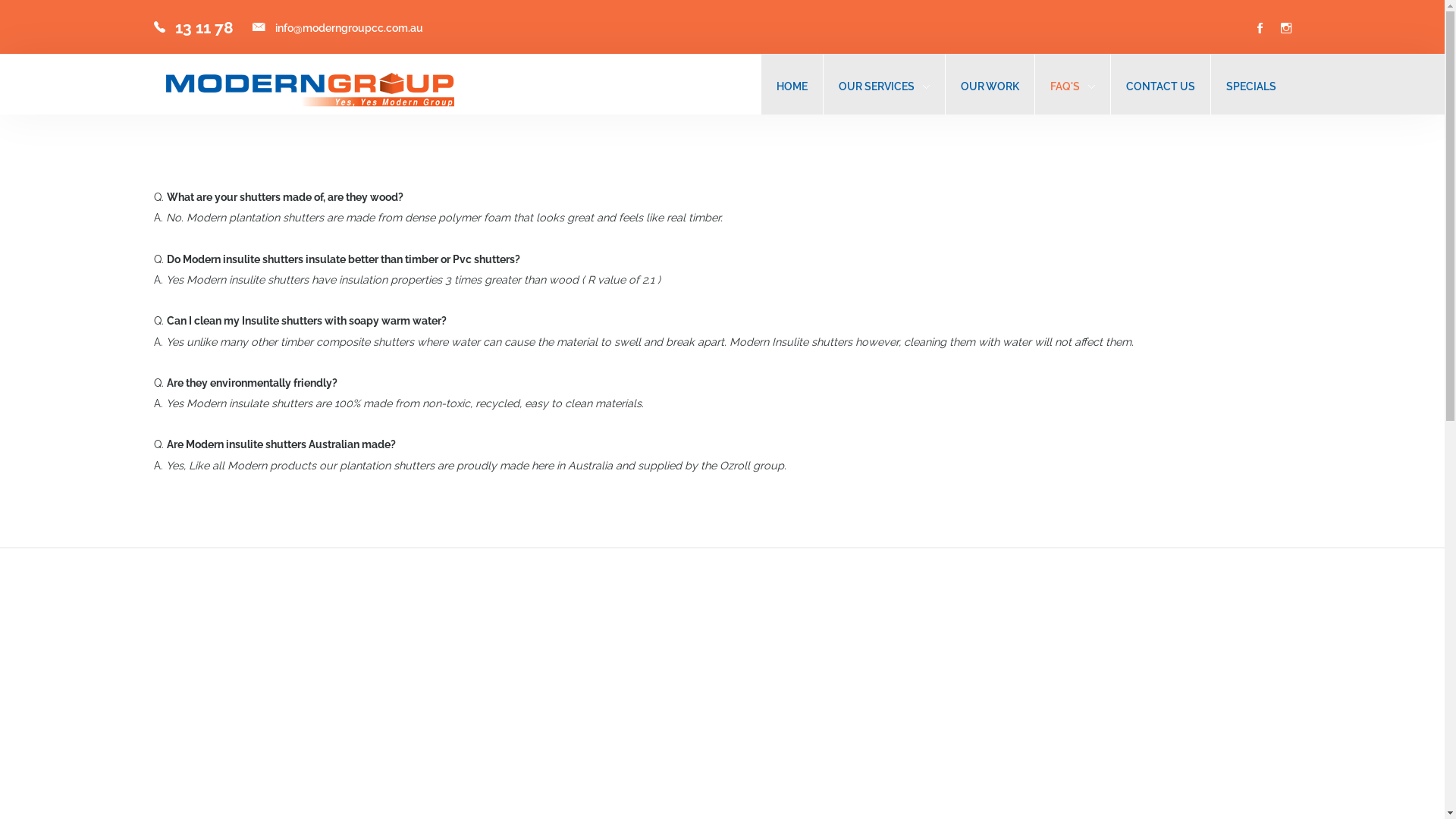  Describe the element at coordinates (877, 86) in the screenshot. I see `'OUR SERVICES'` at that location.